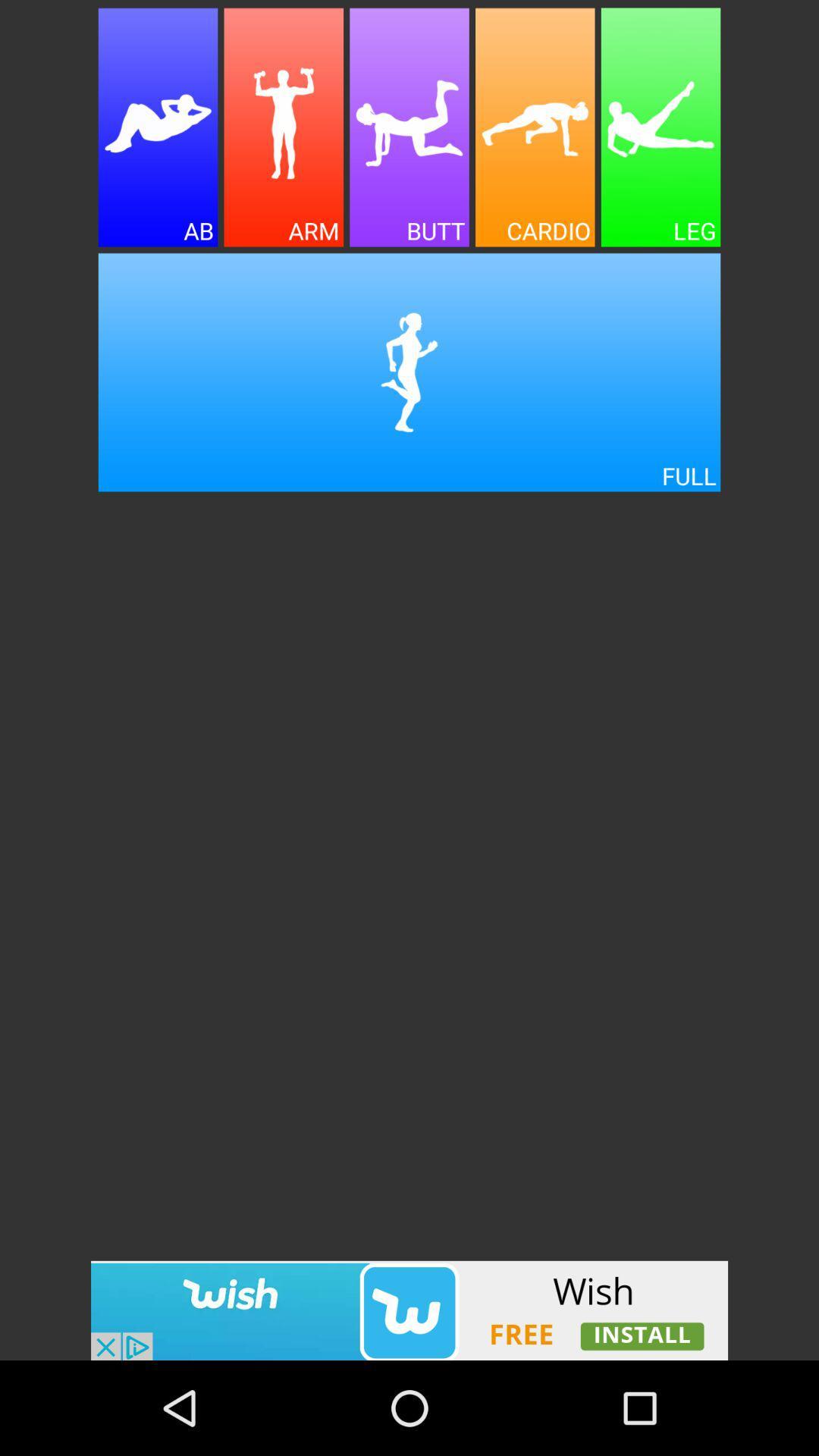 Image resolution: width=819 pixels, height=1456 pixels. I want to click on sponsor advertisement for wish, so click(409, 1310).